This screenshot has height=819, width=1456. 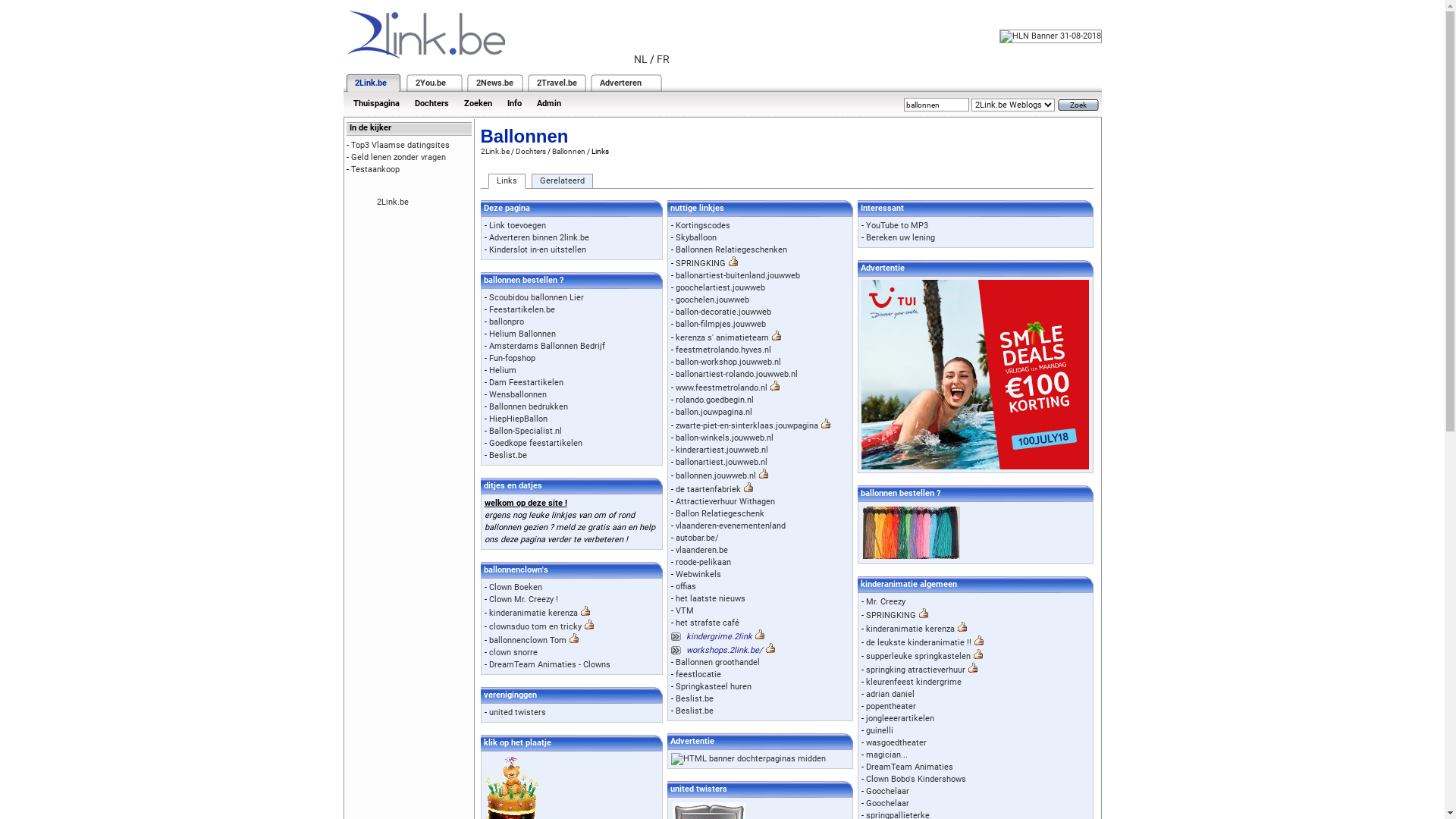 I want to click on 'Dochters', so click(x=430, y=102).